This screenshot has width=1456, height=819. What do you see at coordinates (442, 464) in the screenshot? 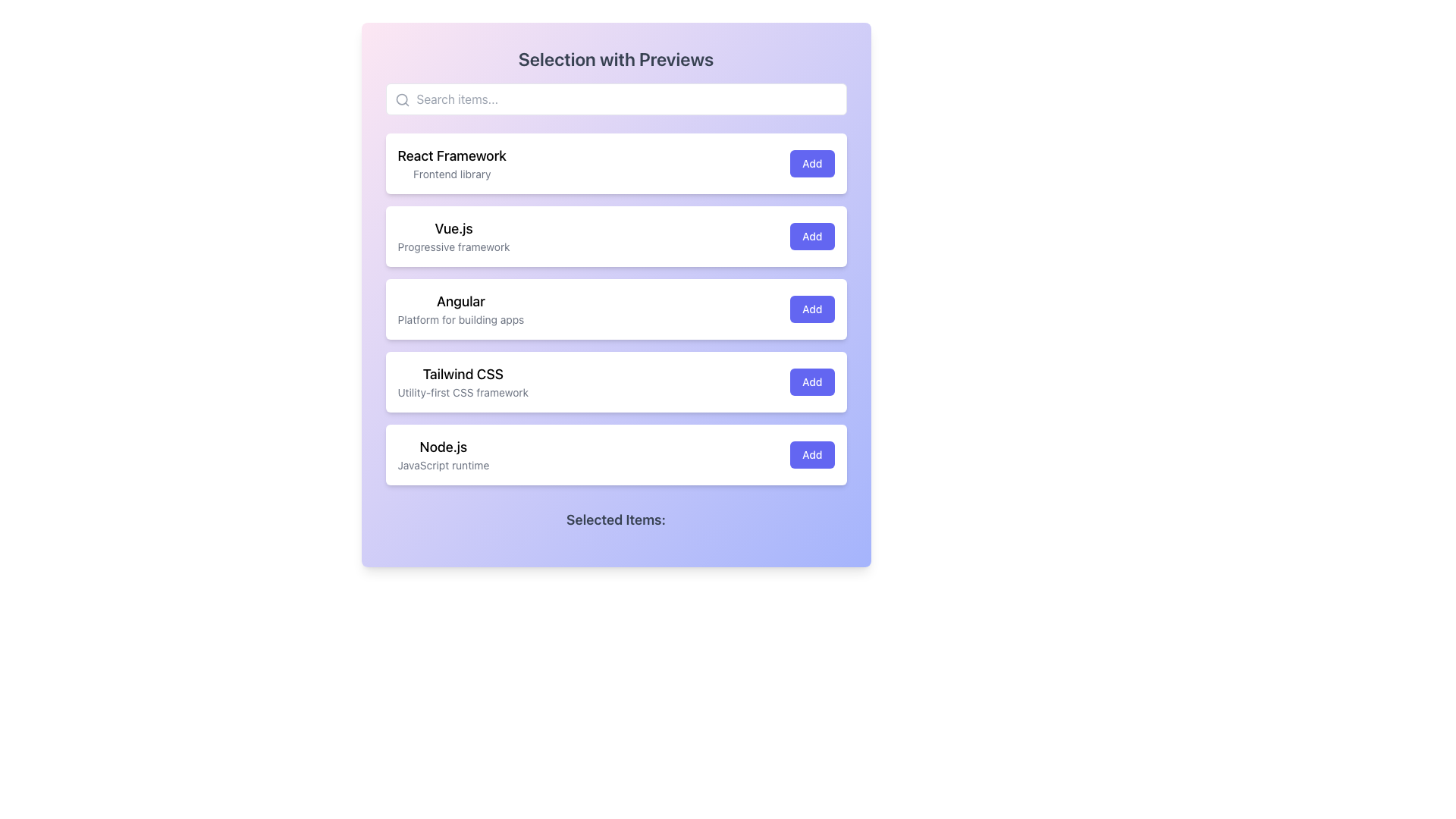
I see `the static descriptive label for 'Node.js' that specifies its role as a 'JavaScript runtime', located directly below the 'Node.js' item` at bounding box center [442, 464].